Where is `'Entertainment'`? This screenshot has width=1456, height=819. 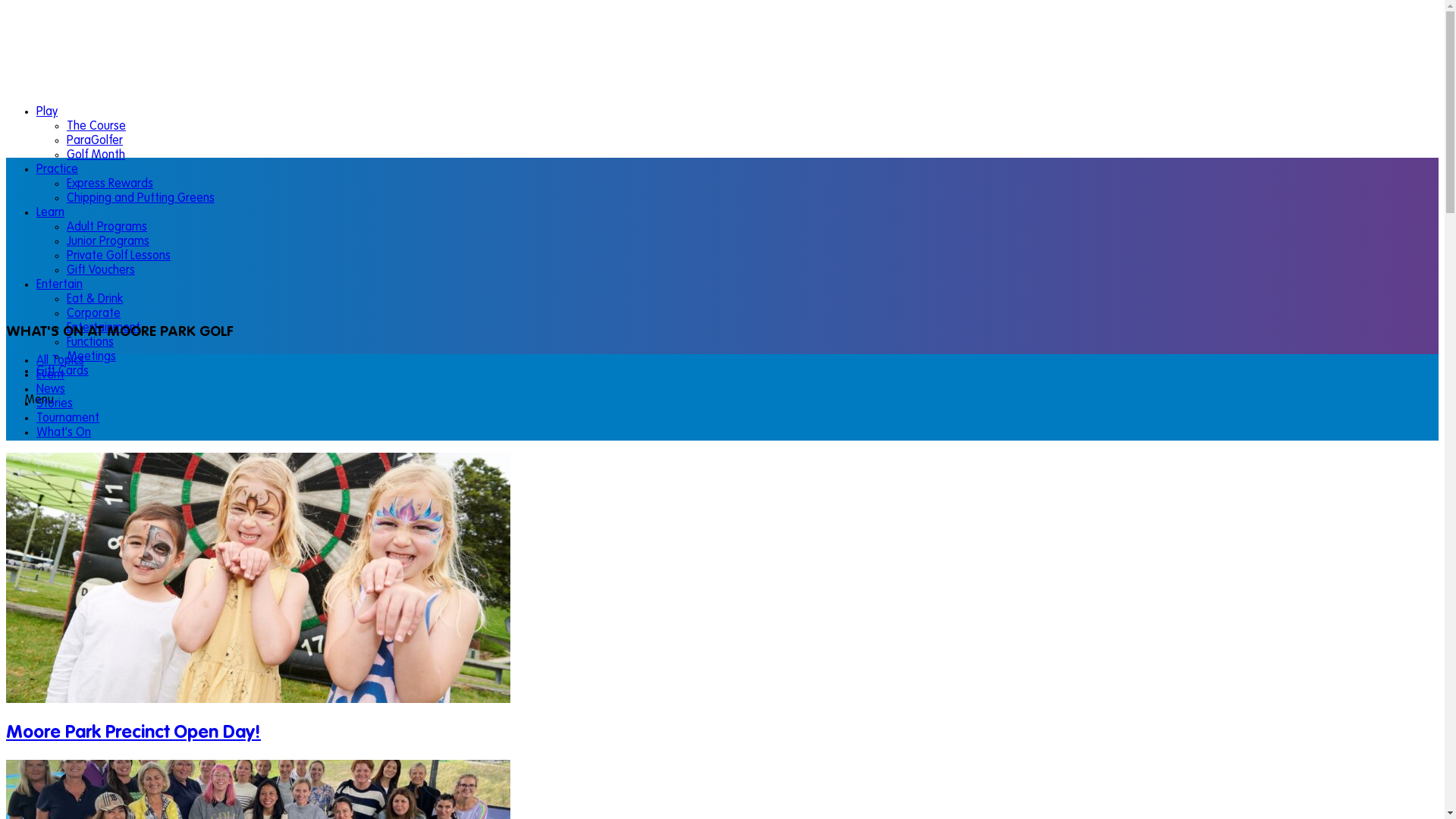
'Entertainment' is located at coordinates (102, 327).